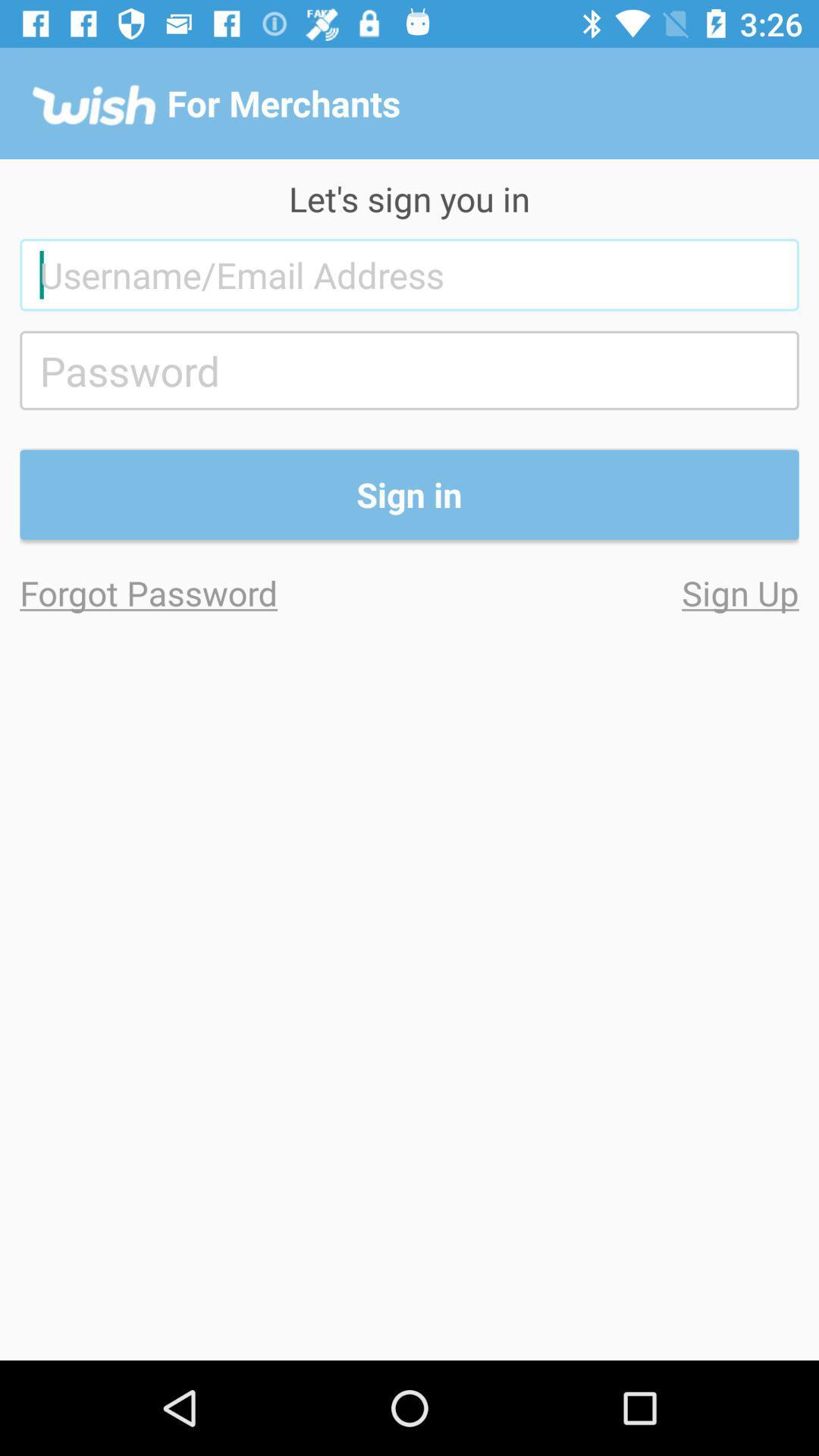 The height and width of the screenshot is (1456, 819). Describe the element at coordinates (603, 591) in the screenshot. I see `item next to the forgot password icon` at that location.